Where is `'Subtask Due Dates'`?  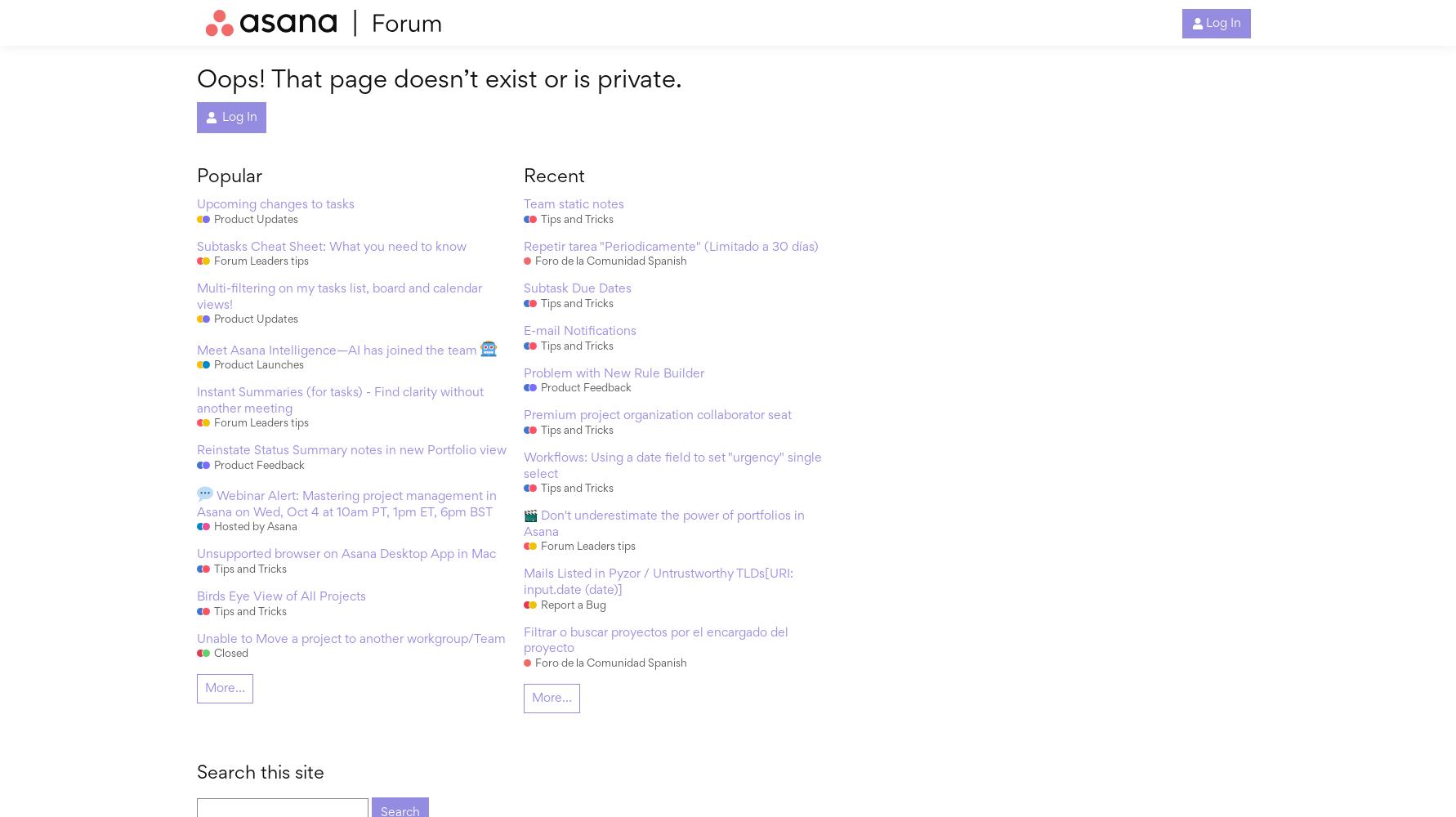 'Subtask Due Dates' is located at coordinates (522, 288).